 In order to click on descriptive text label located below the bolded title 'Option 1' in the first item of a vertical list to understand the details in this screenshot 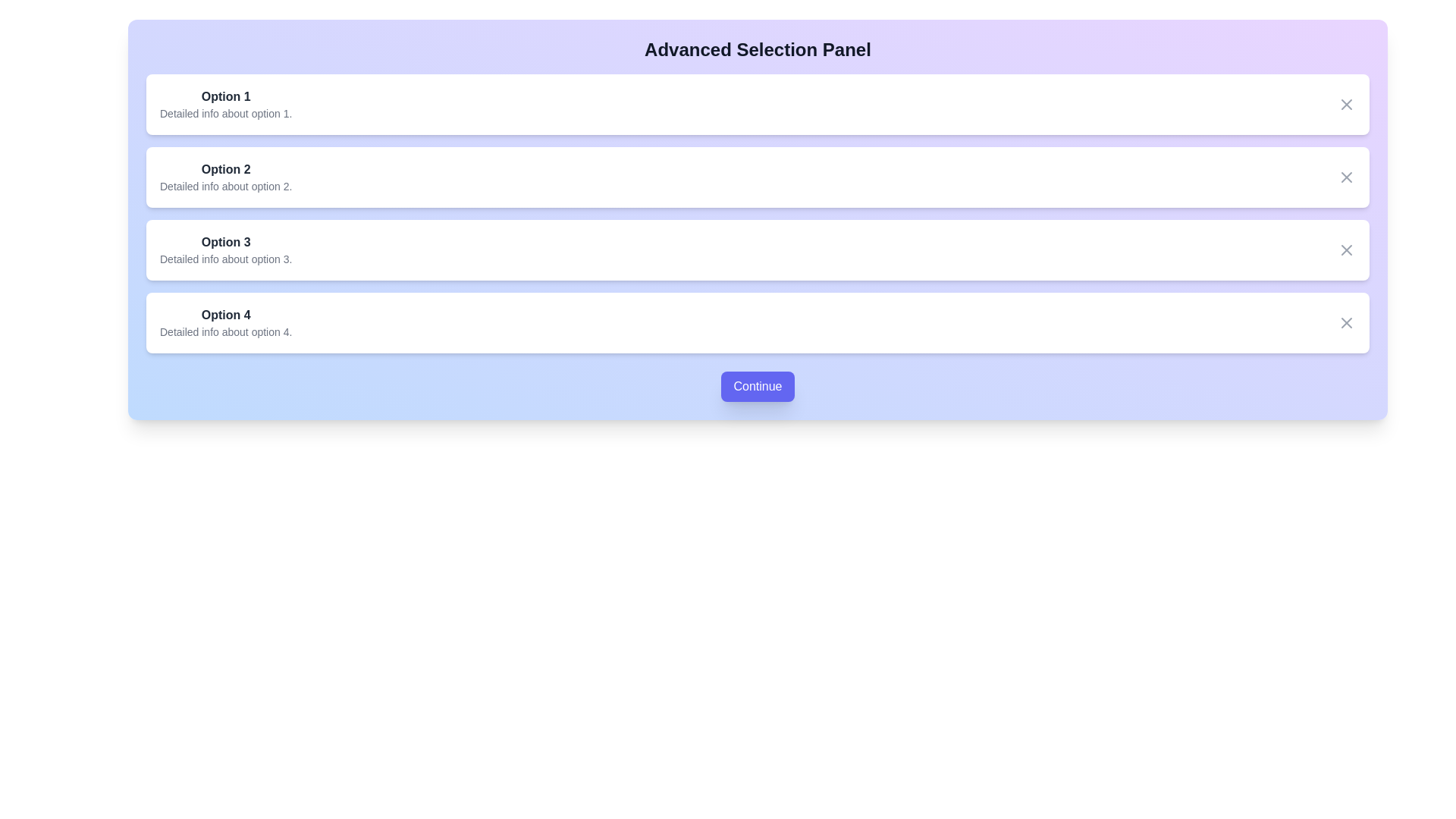, I will do `click(225, 113)`.